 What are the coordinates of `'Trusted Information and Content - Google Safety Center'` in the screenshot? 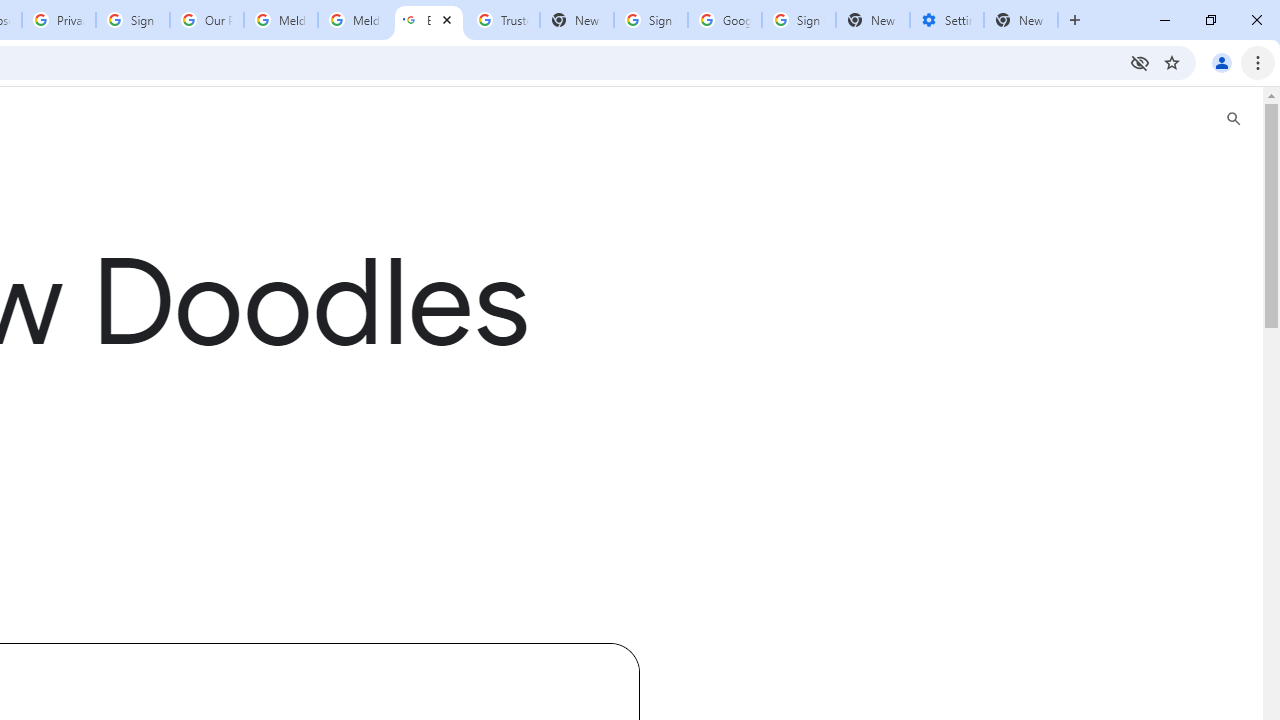 It's located at (503, 20).